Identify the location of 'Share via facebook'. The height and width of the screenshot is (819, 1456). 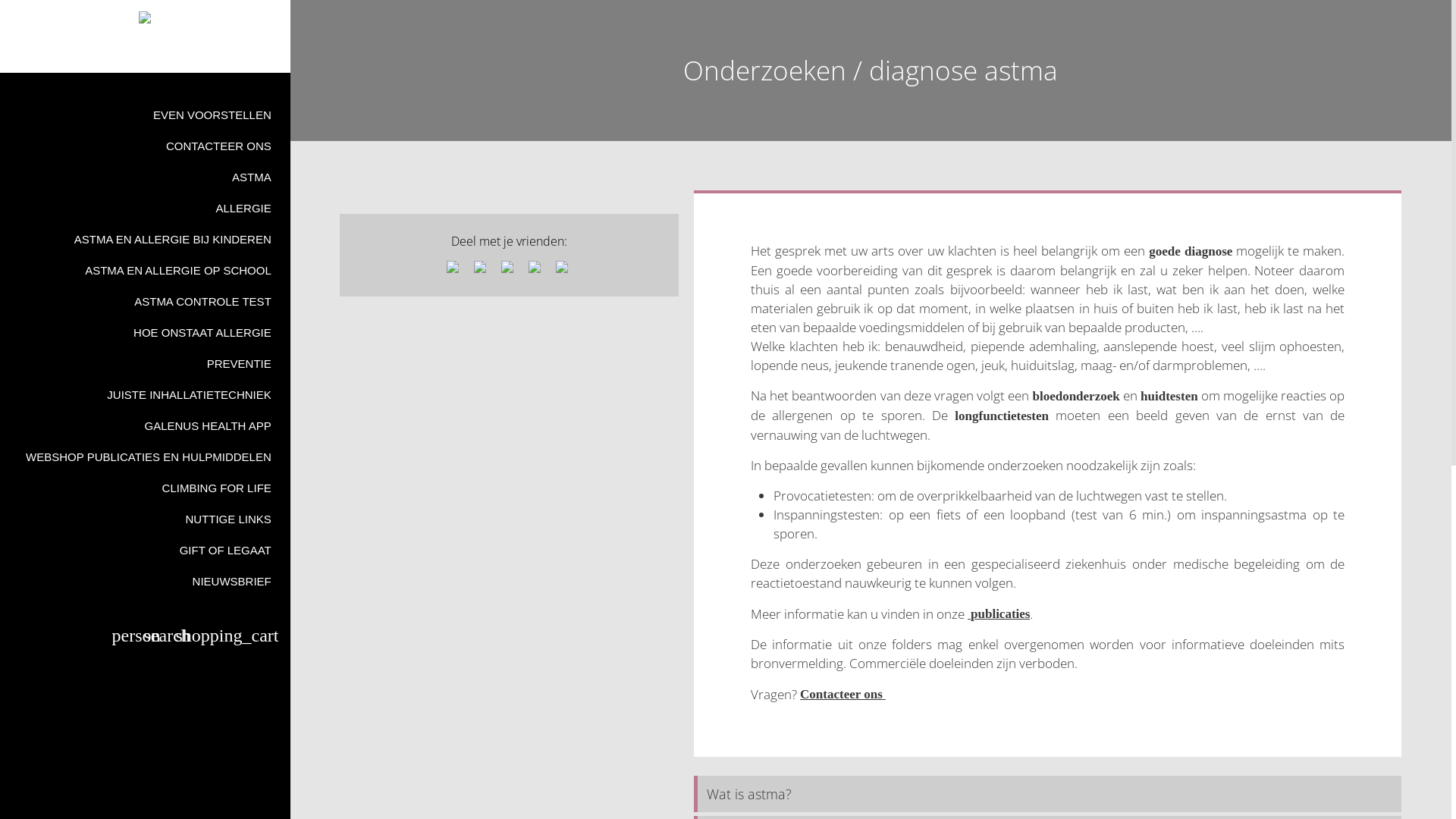
(454, 268).